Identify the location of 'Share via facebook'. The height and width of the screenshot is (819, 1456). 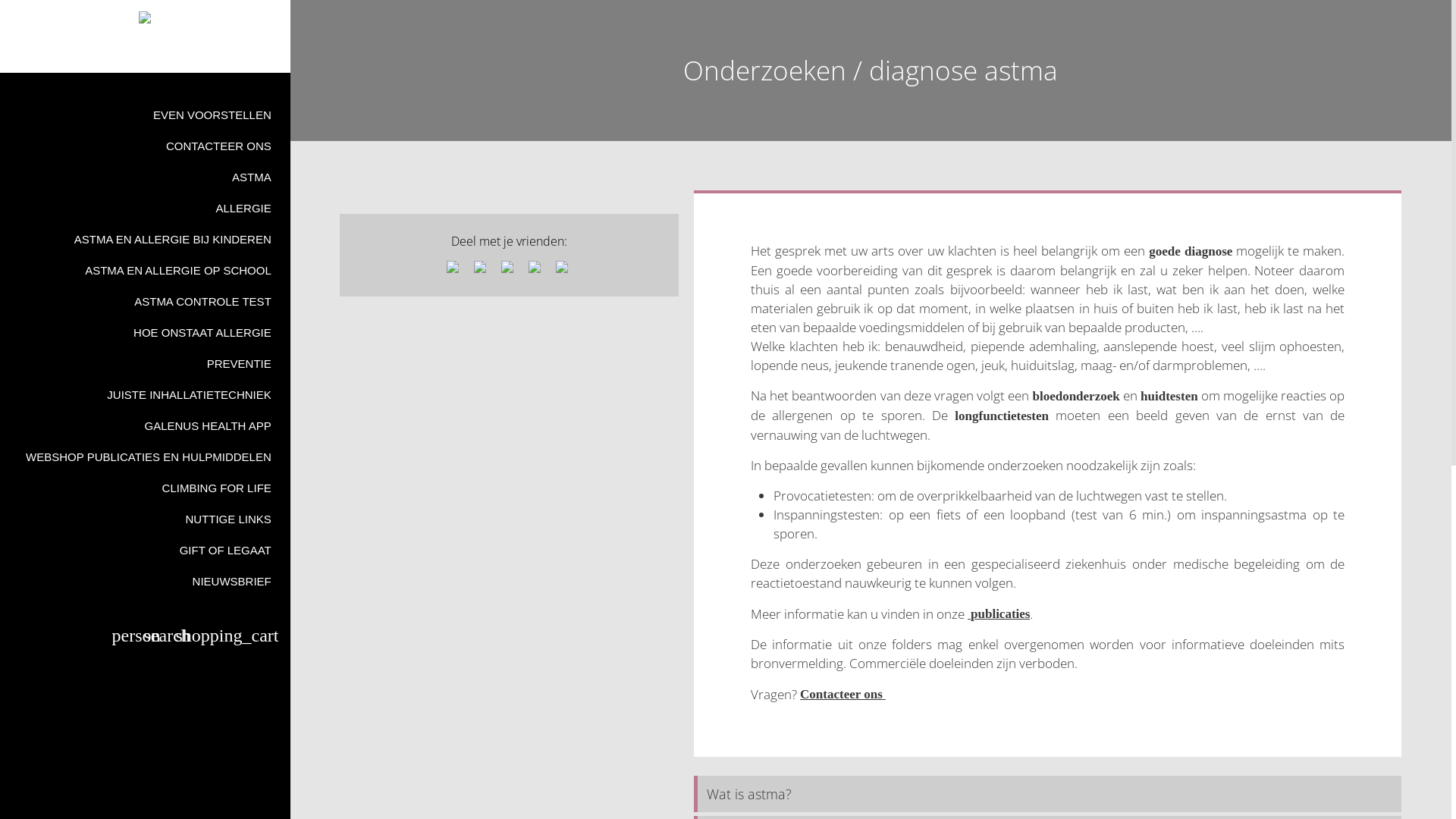
(454, 268).